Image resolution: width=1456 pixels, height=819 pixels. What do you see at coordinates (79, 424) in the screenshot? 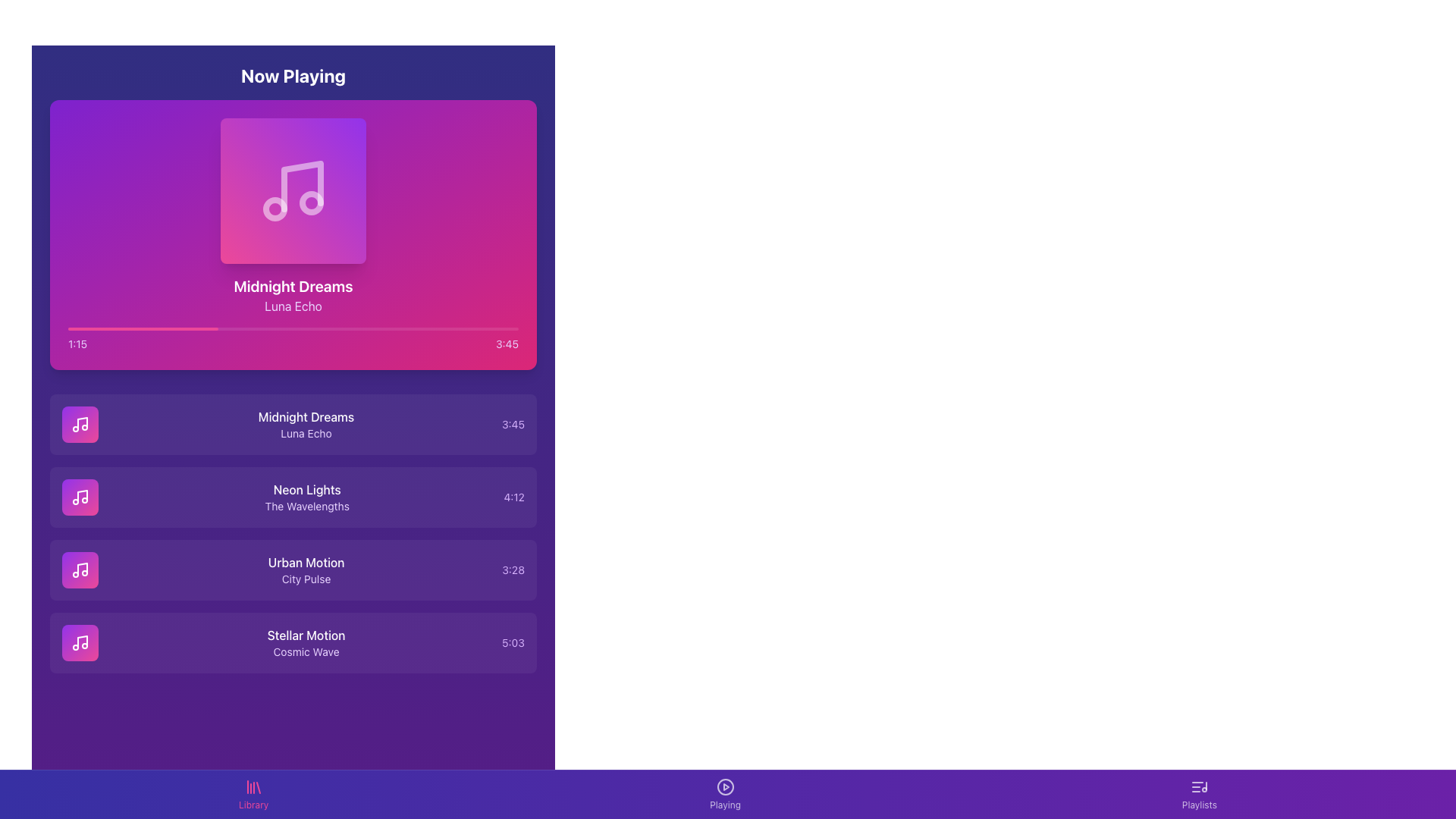
I see `the square music note icon with a purple to pink gradient background` at bounding box center [79, 424].